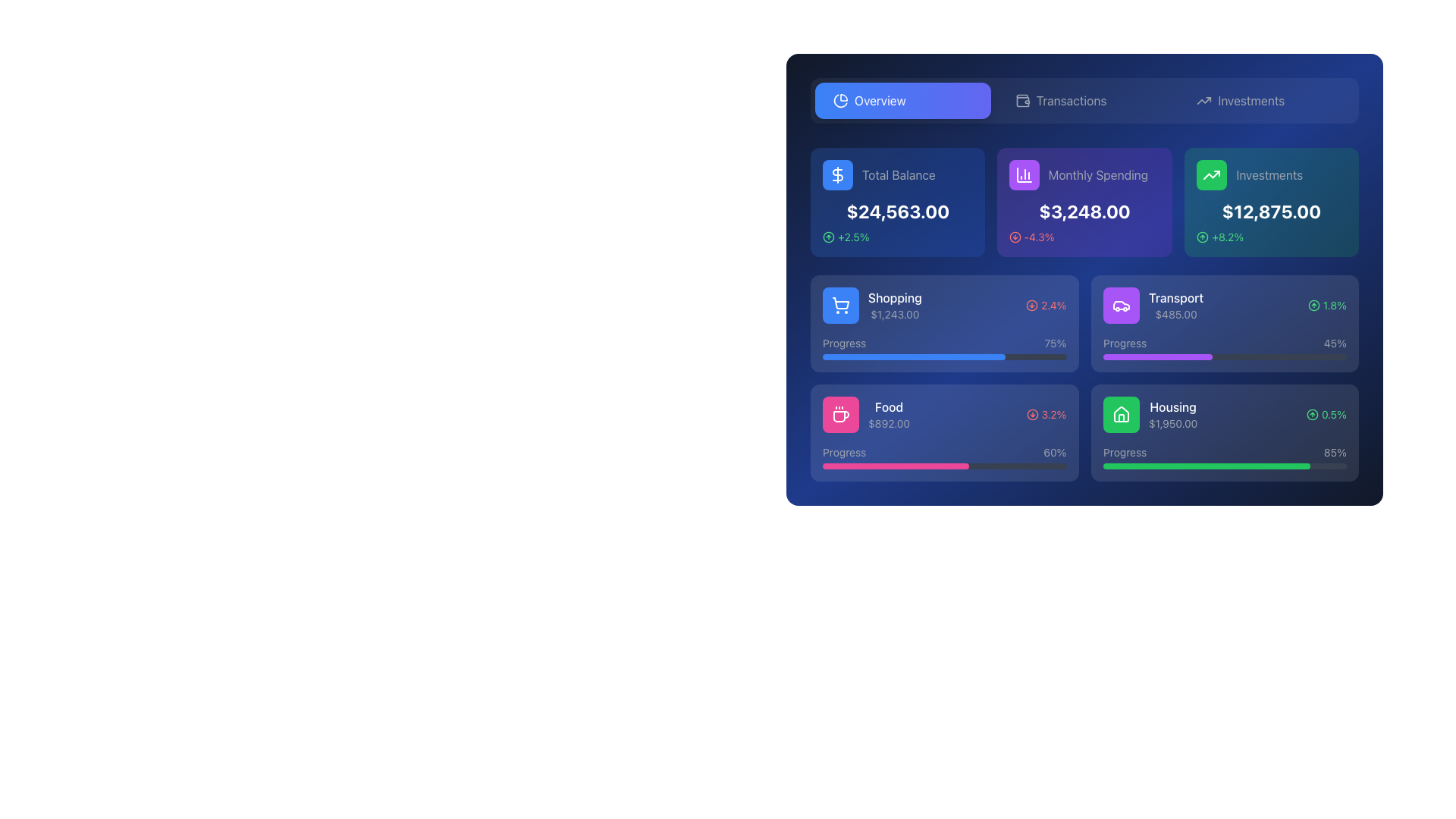 The image size is (1456, 819). I want to click on the coffee cup icon with a white appearance against a pink circular background, located in the second column of the second row of the grid layout, so click(839, 415).